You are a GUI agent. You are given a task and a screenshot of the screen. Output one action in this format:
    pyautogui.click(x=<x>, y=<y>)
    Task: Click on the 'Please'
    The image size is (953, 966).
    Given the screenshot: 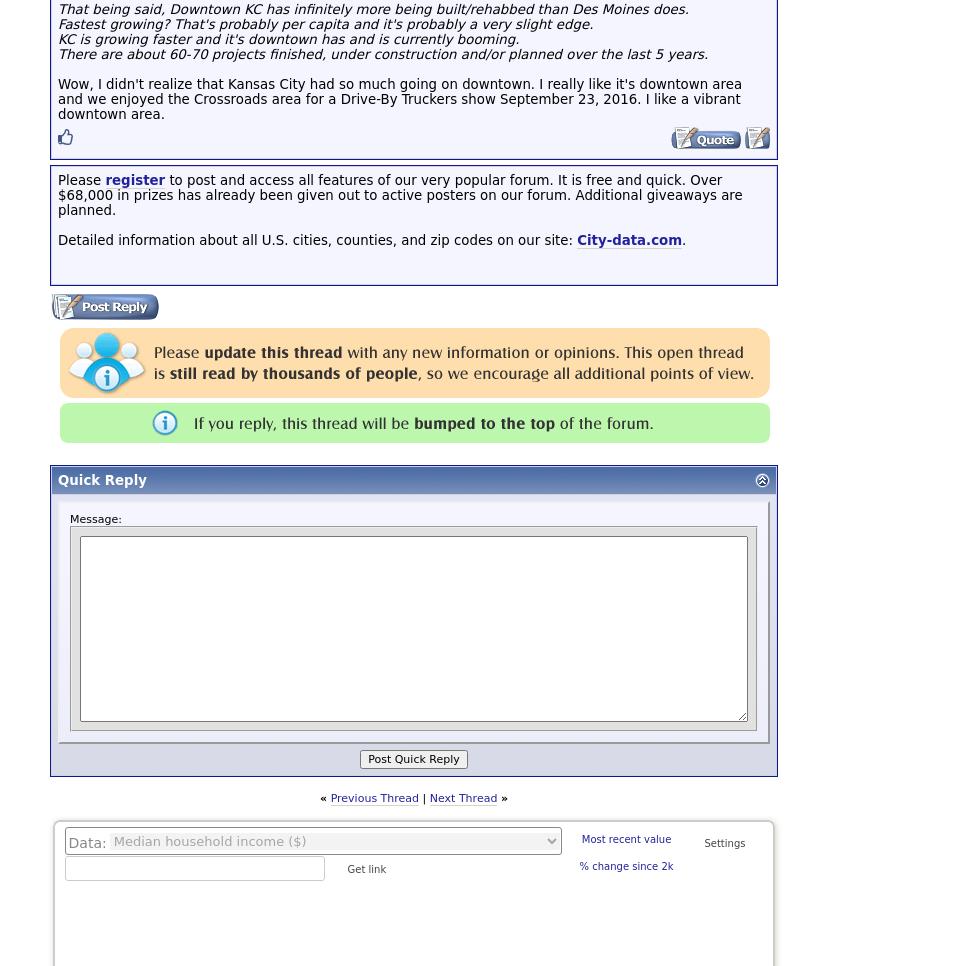 What is the action you would take?
    pyautogui.click(x=80, y=179)
    